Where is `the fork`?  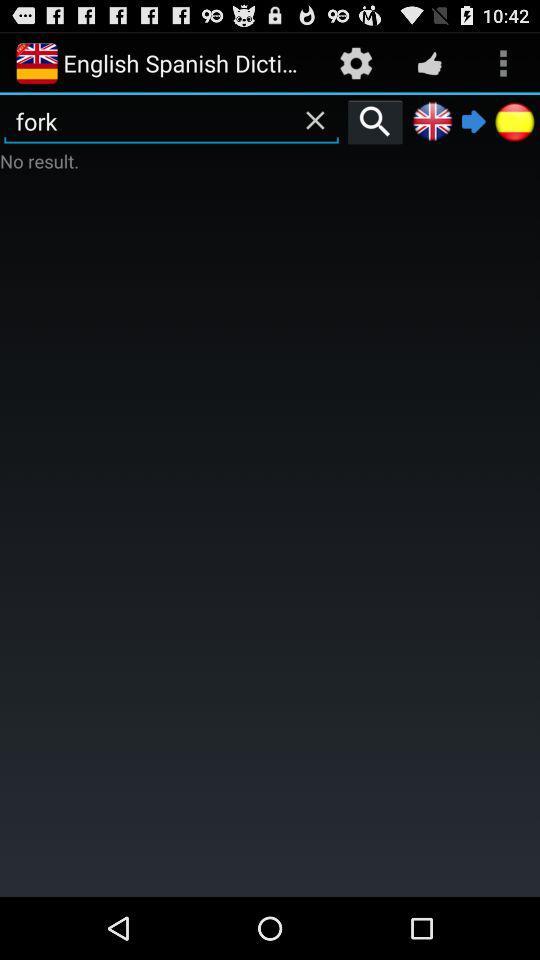
the fork is located at coordinates (171, 120).